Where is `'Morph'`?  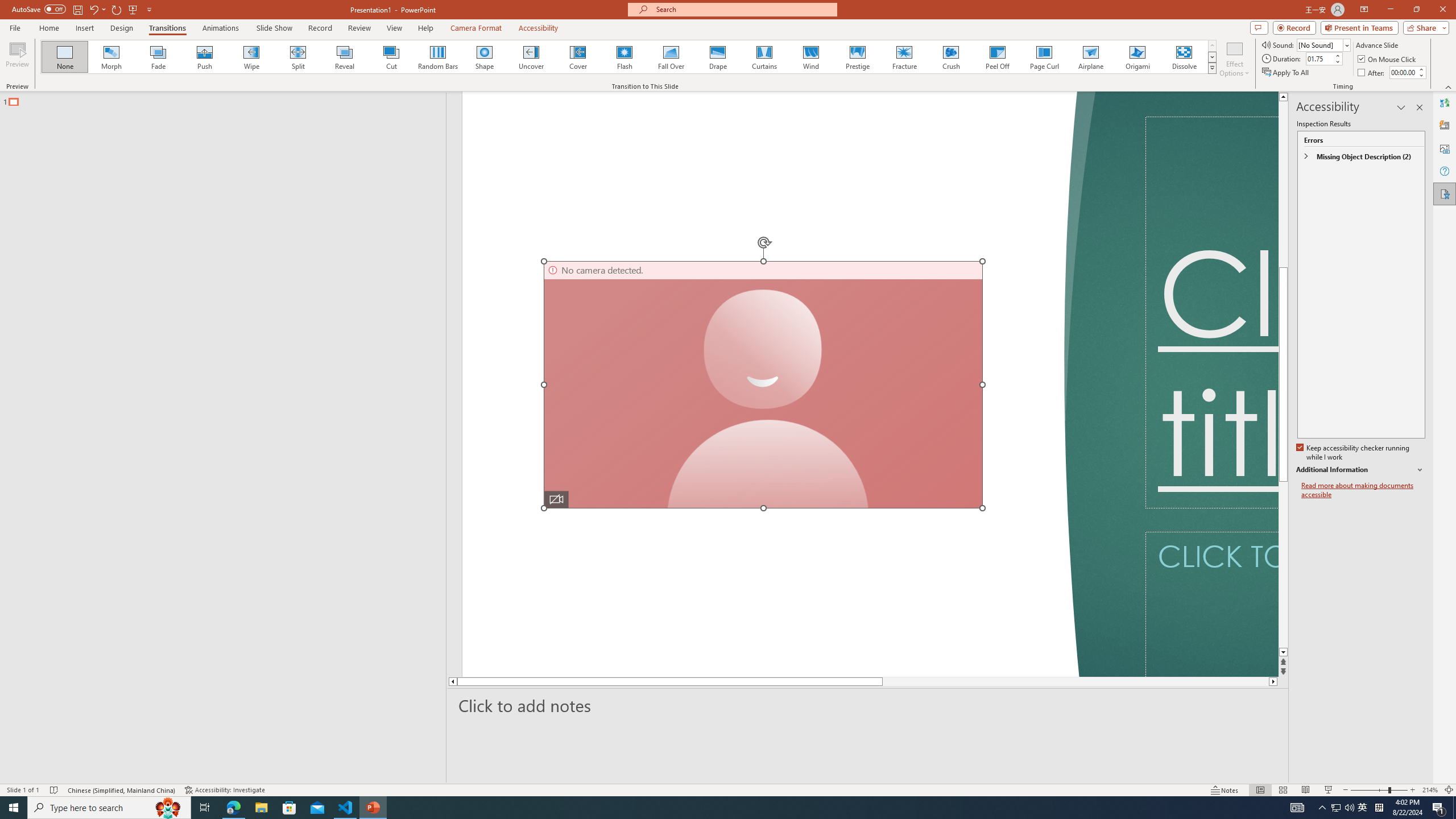
'Morph' is located at coordinates (111, 56).